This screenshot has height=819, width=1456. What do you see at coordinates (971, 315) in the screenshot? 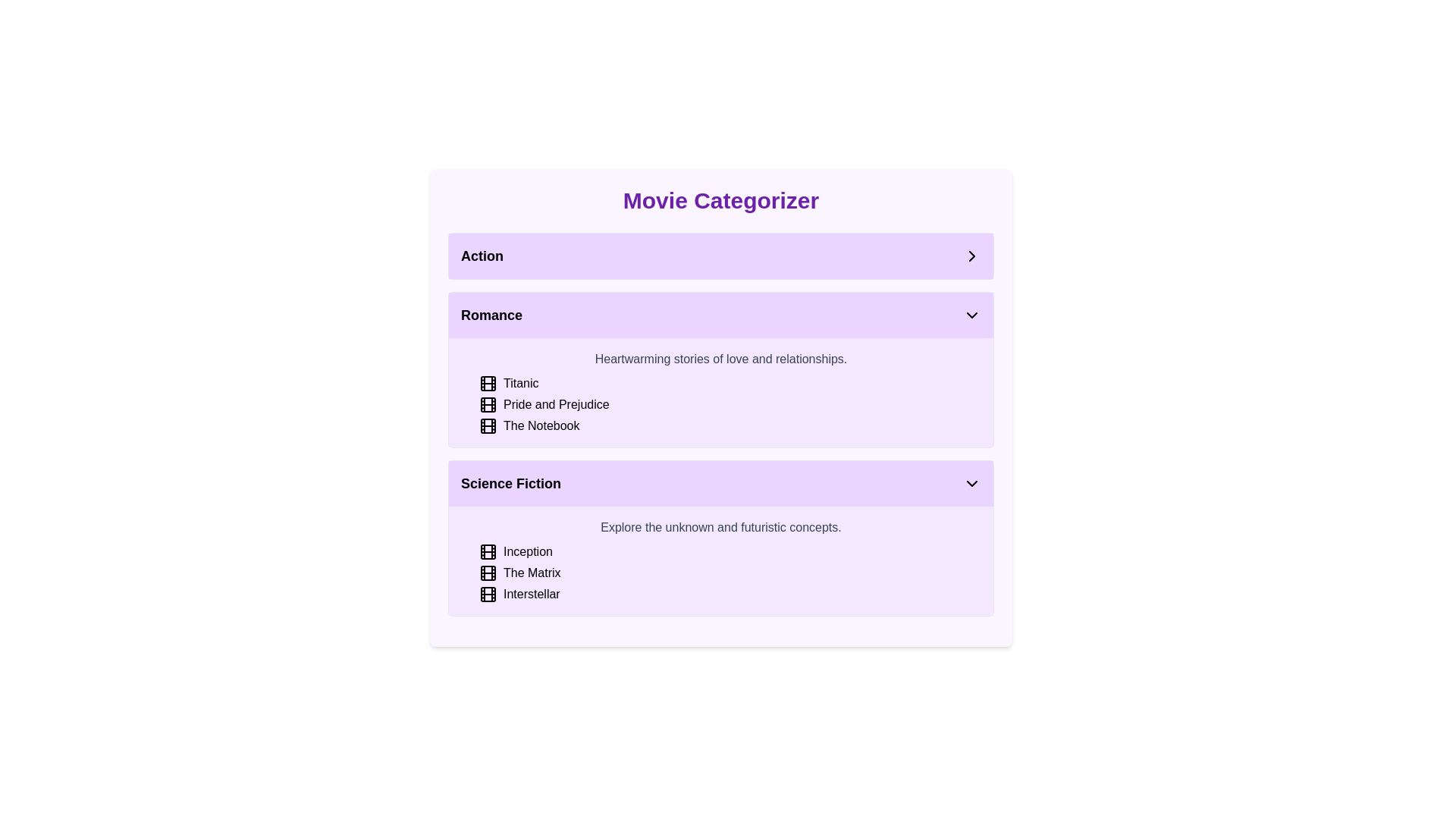
I see `the downward-pointing chevron-shaped icon in the upper-right corner of the 'Romance' section header` at bounding box center [971, 315].